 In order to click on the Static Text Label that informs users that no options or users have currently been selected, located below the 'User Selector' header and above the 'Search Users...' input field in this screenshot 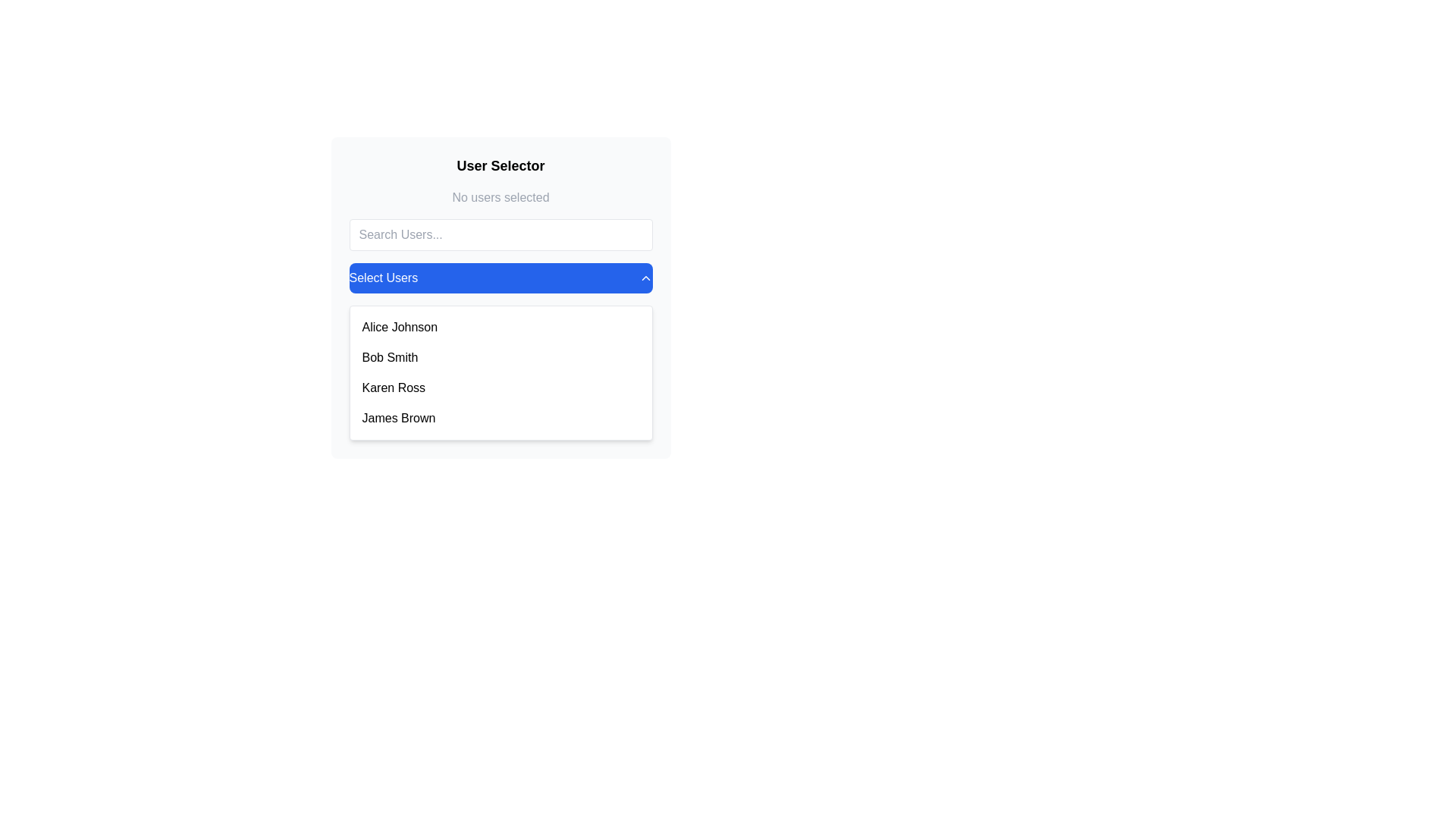, I will do `click(500, 197)`.